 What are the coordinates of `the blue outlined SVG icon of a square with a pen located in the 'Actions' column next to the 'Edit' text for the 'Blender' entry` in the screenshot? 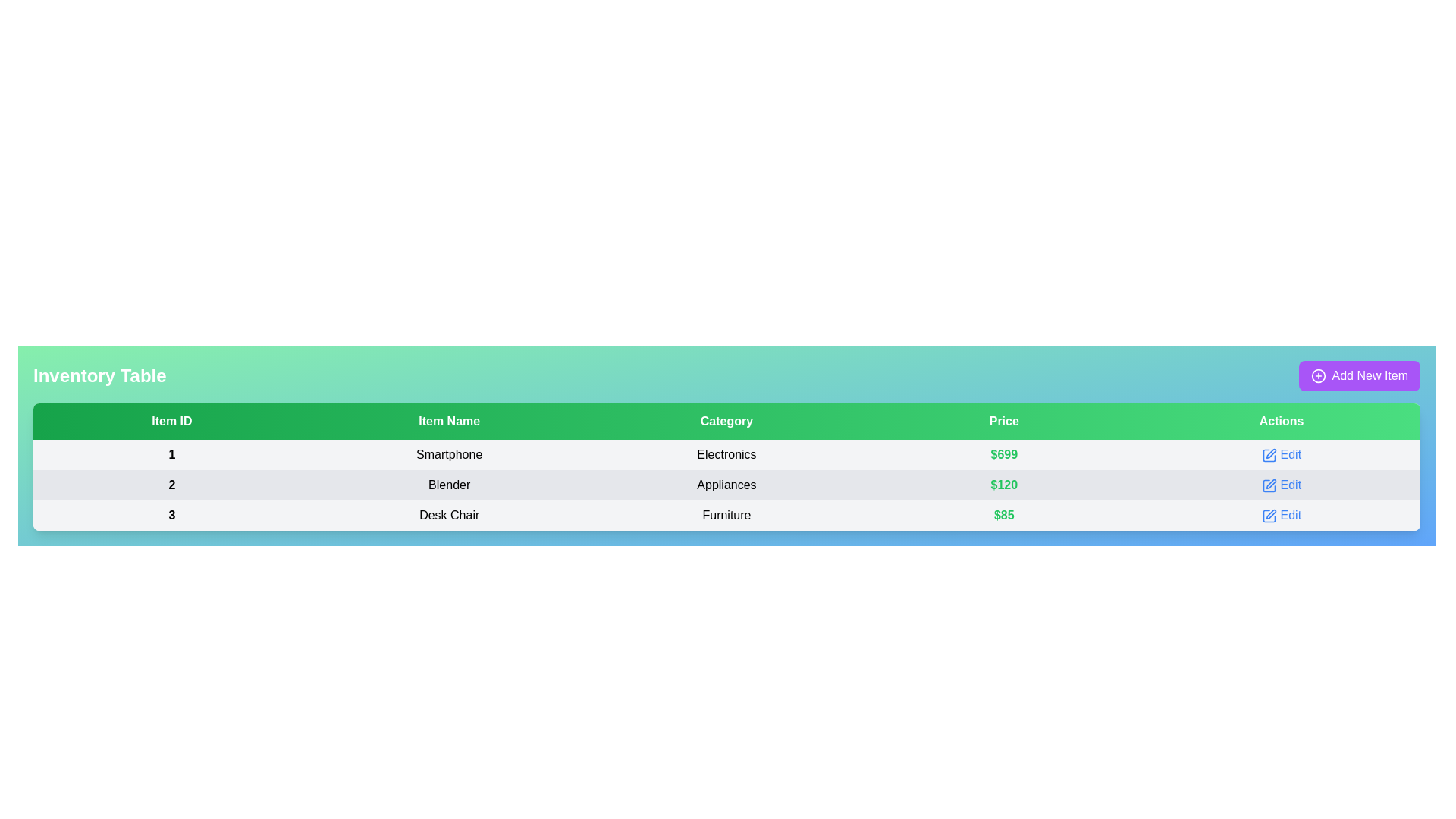 It's located at (1269, 485).